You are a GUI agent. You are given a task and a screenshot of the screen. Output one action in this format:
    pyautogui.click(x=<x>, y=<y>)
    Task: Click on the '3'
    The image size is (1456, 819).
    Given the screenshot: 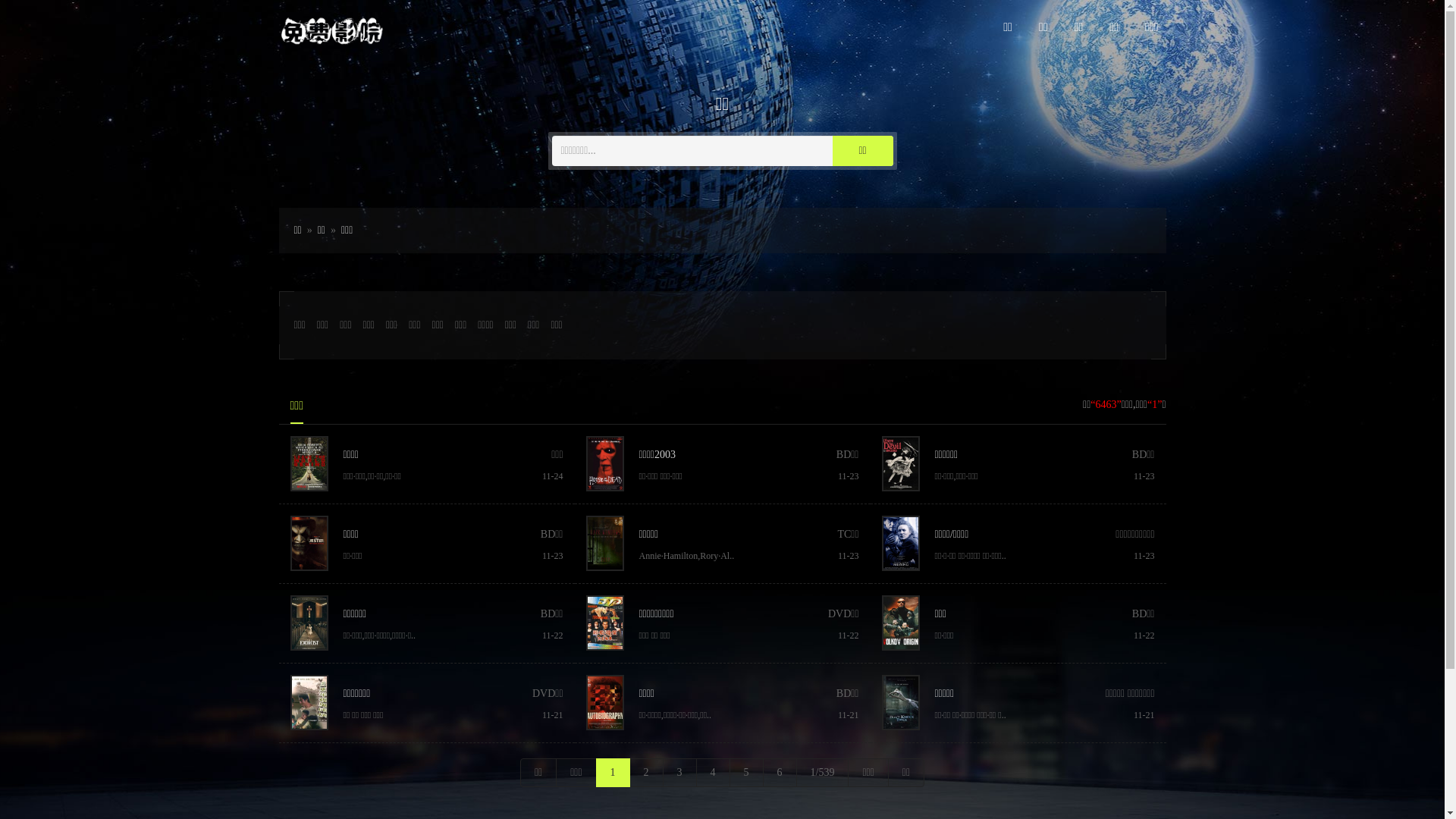 What is the action you would take?
    pyautogui.click(x=679, y=772)
    